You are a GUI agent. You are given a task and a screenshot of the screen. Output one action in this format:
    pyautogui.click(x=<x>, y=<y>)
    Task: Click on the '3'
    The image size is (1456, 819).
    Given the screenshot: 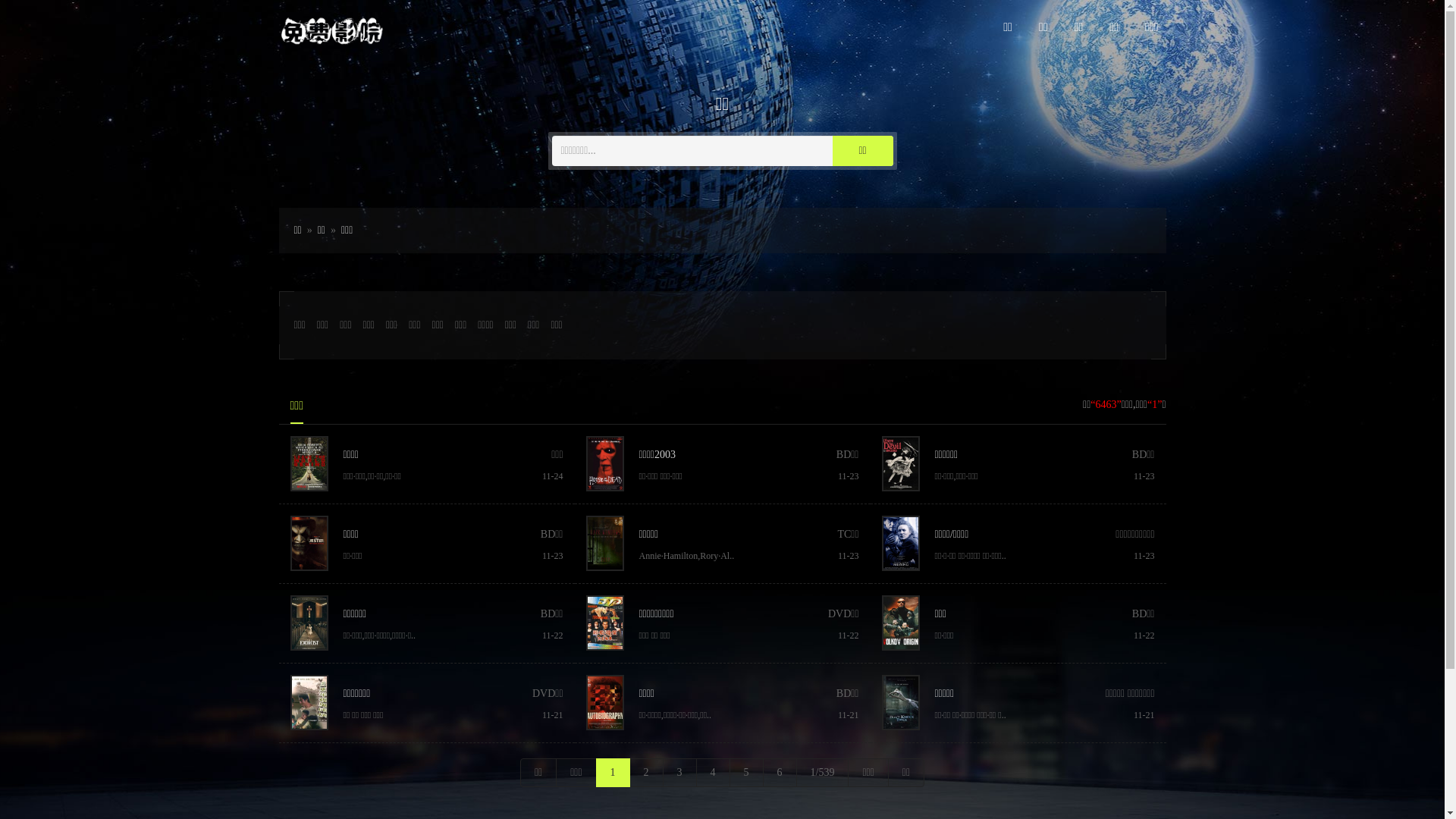 What is the action you would take?
    pyautogui.click(x=679, y=772)
    